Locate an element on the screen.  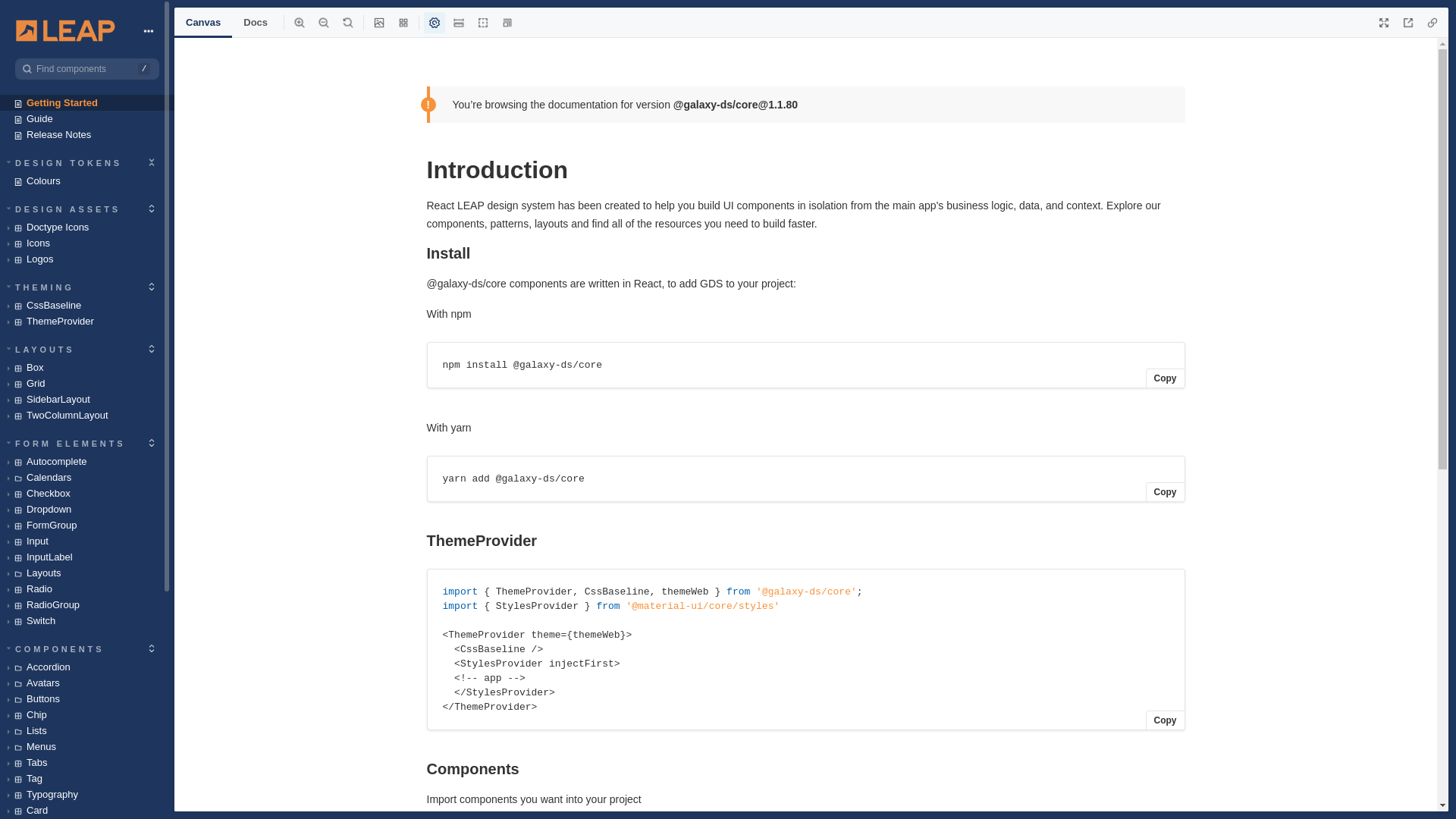
'Autocomplete' is located at coordinates (86, 460).